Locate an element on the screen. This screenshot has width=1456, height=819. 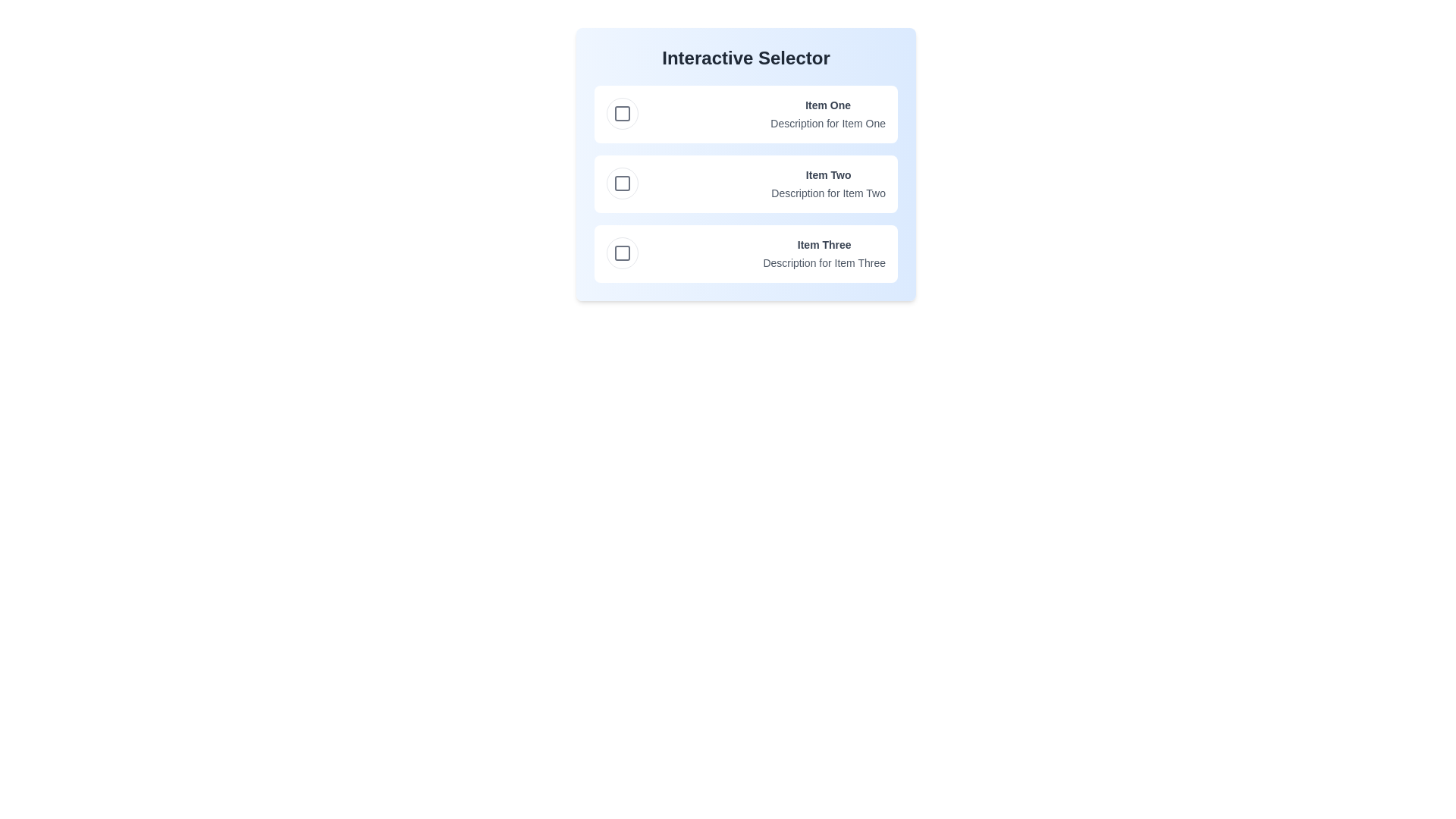
the text label that reads 'Description for Item Two', which is located below the bold text 'Item Two' in the central section of the UI is located at coordinates (827, 192).